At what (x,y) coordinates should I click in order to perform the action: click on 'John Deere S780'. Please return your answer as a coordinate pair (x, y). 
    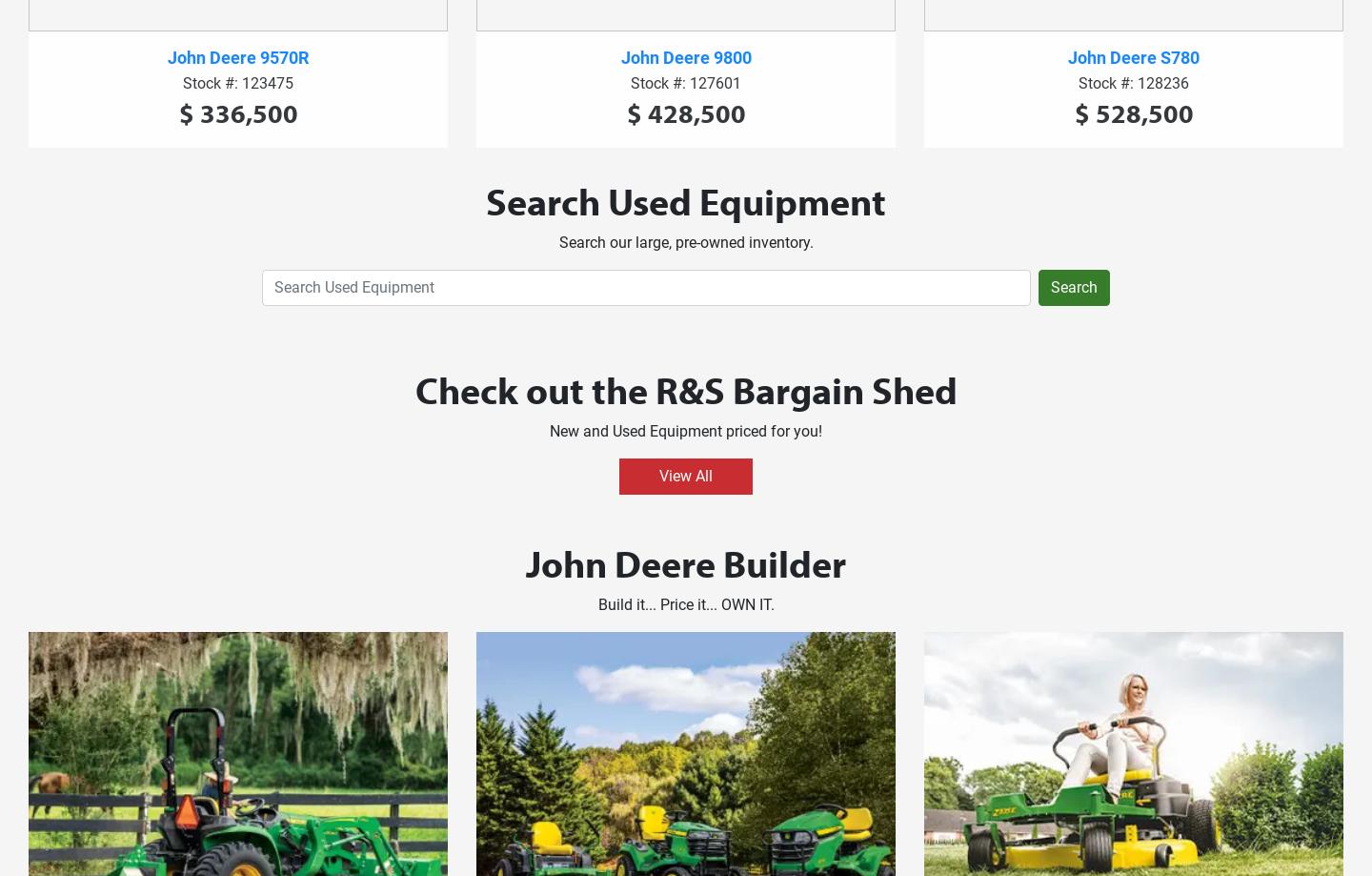
    Looking at the image, I should click on (1134, 56).